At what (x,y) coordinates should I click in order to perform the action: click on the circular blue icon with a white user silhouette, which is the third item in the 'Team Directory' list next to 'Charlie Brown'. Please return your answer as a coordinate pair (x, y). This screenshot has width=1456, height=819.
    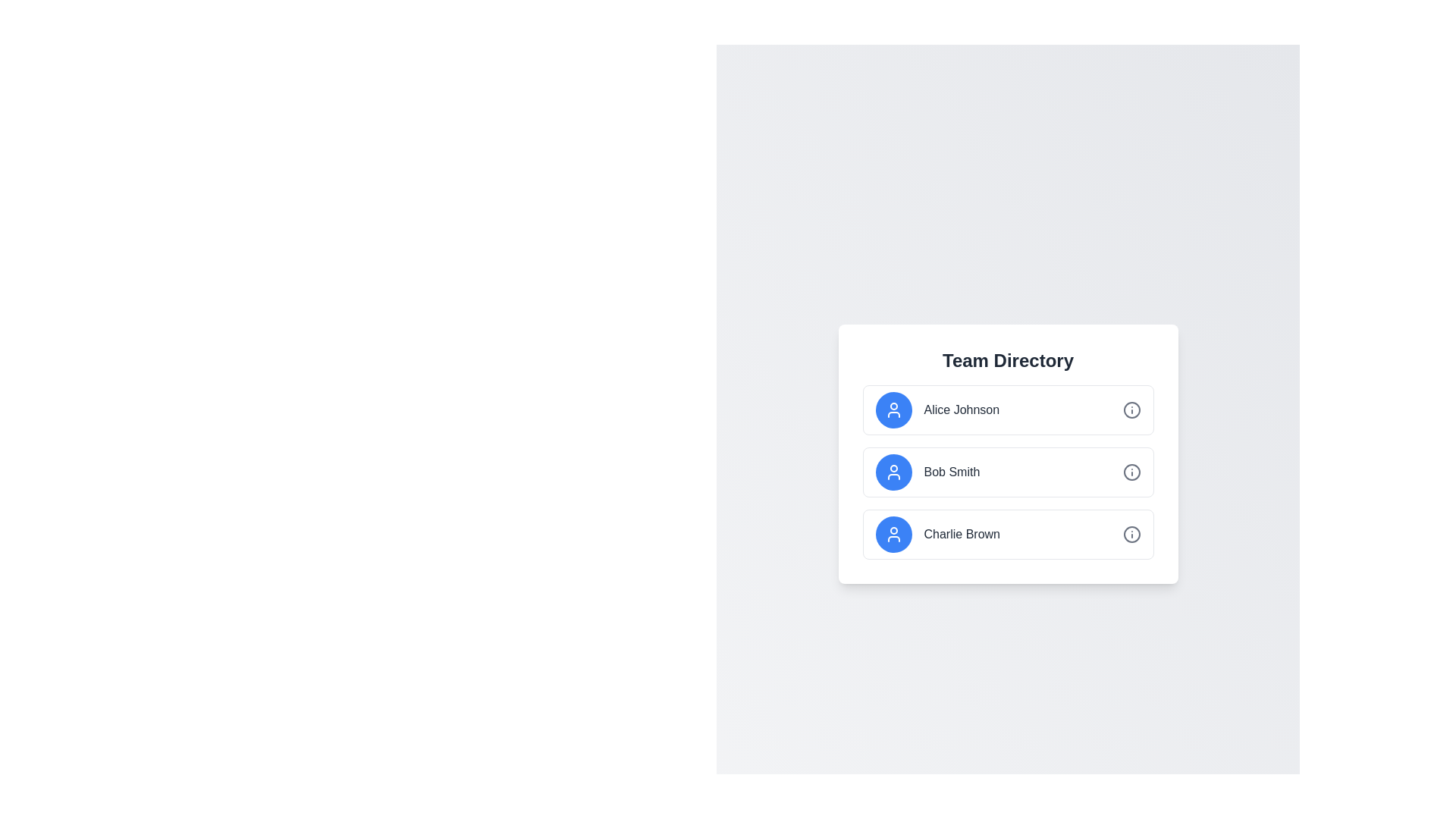
    Looking at the image, I should click on (893, 534).